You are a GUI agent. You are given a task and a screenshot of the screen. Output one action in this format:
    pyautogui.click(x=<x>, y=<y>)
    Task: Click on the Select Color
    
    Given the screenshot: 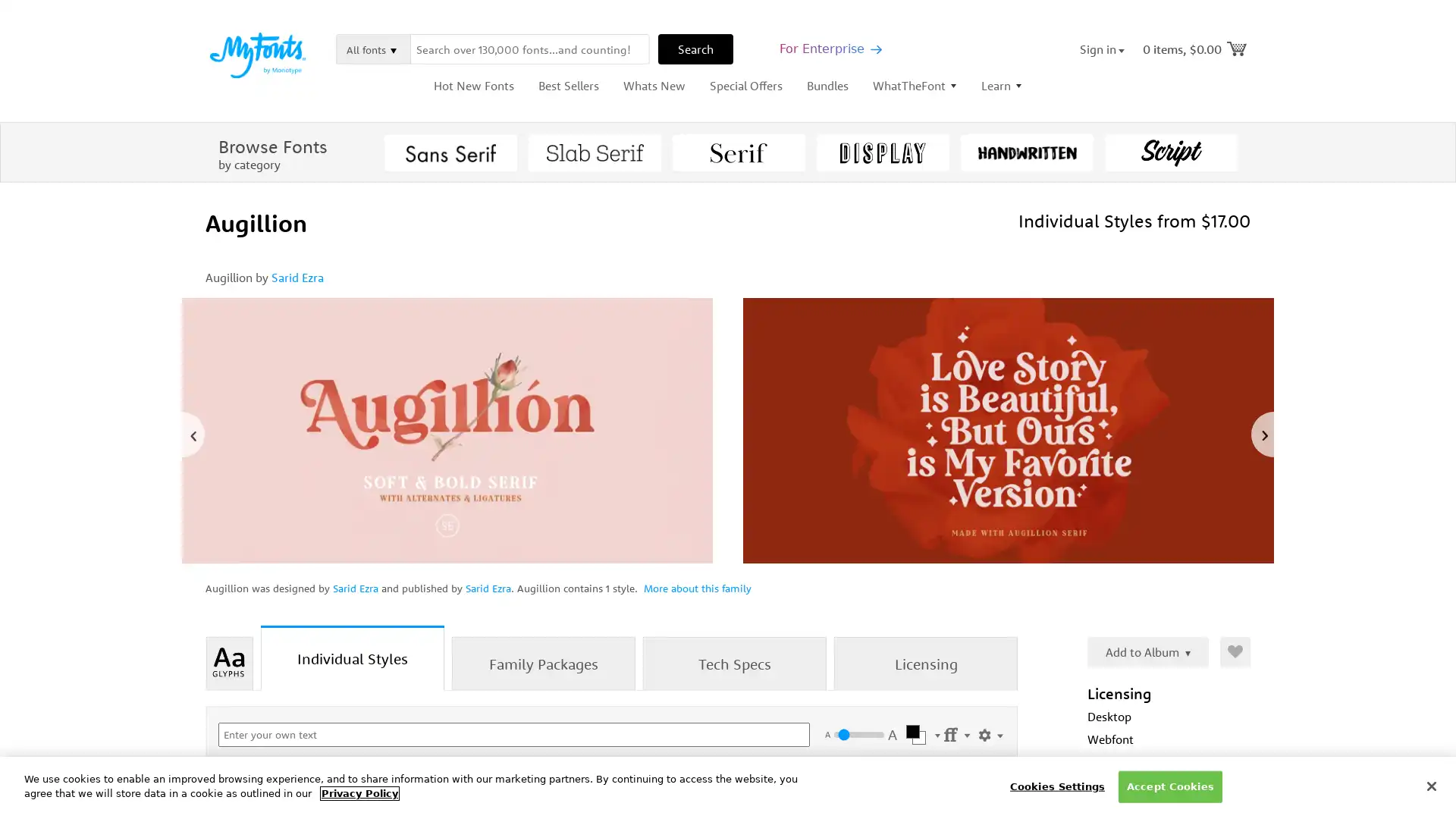 What is the action you would take?
    pyautogui.click(x=920, y=734)
    